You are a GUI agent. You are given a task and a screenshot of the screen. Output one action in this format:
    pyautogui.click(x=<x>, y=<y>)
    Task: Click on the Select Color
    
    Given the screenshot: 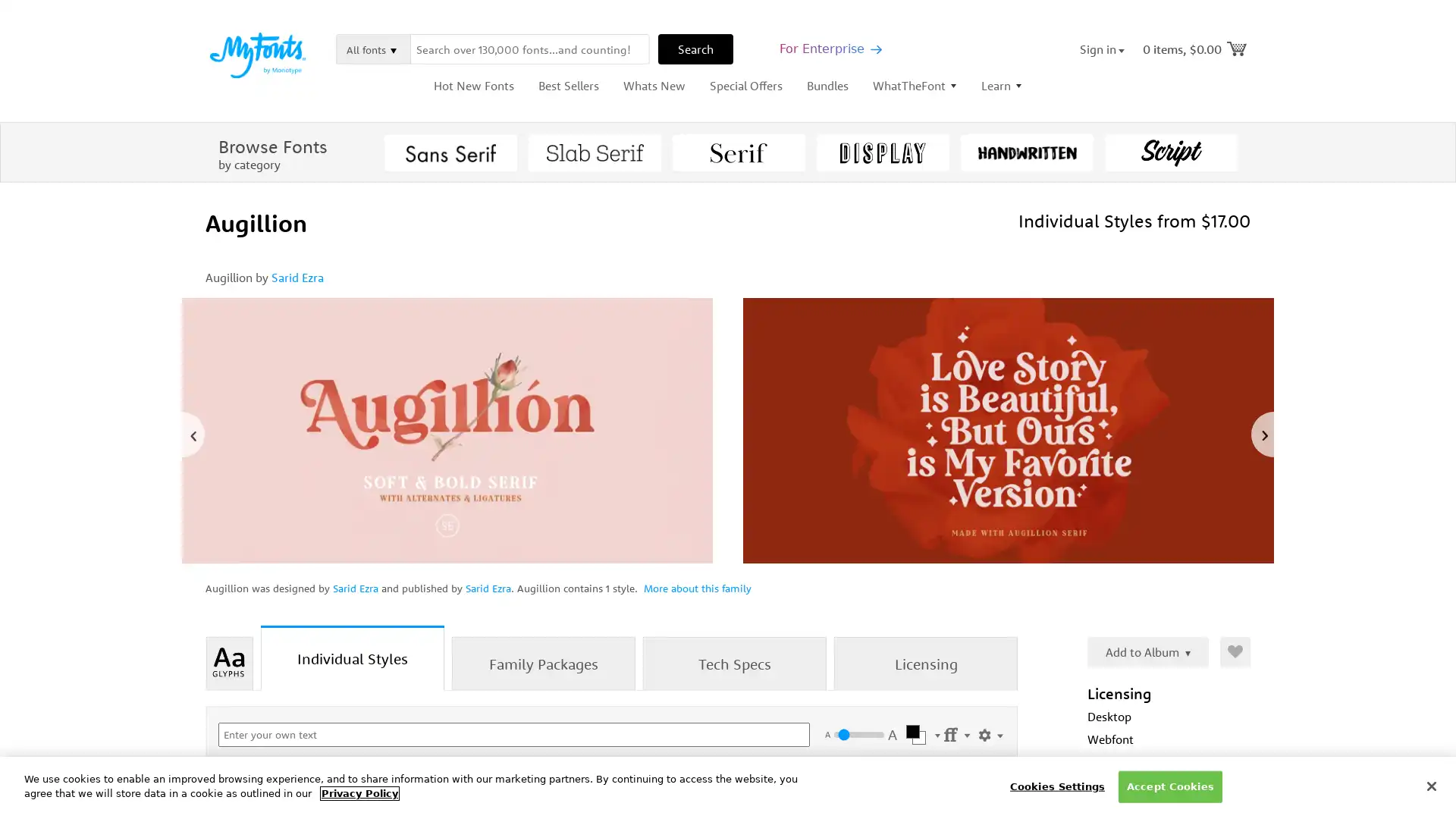 What is the action you would take?
    pyautogui.click(x=920, y=734)
    